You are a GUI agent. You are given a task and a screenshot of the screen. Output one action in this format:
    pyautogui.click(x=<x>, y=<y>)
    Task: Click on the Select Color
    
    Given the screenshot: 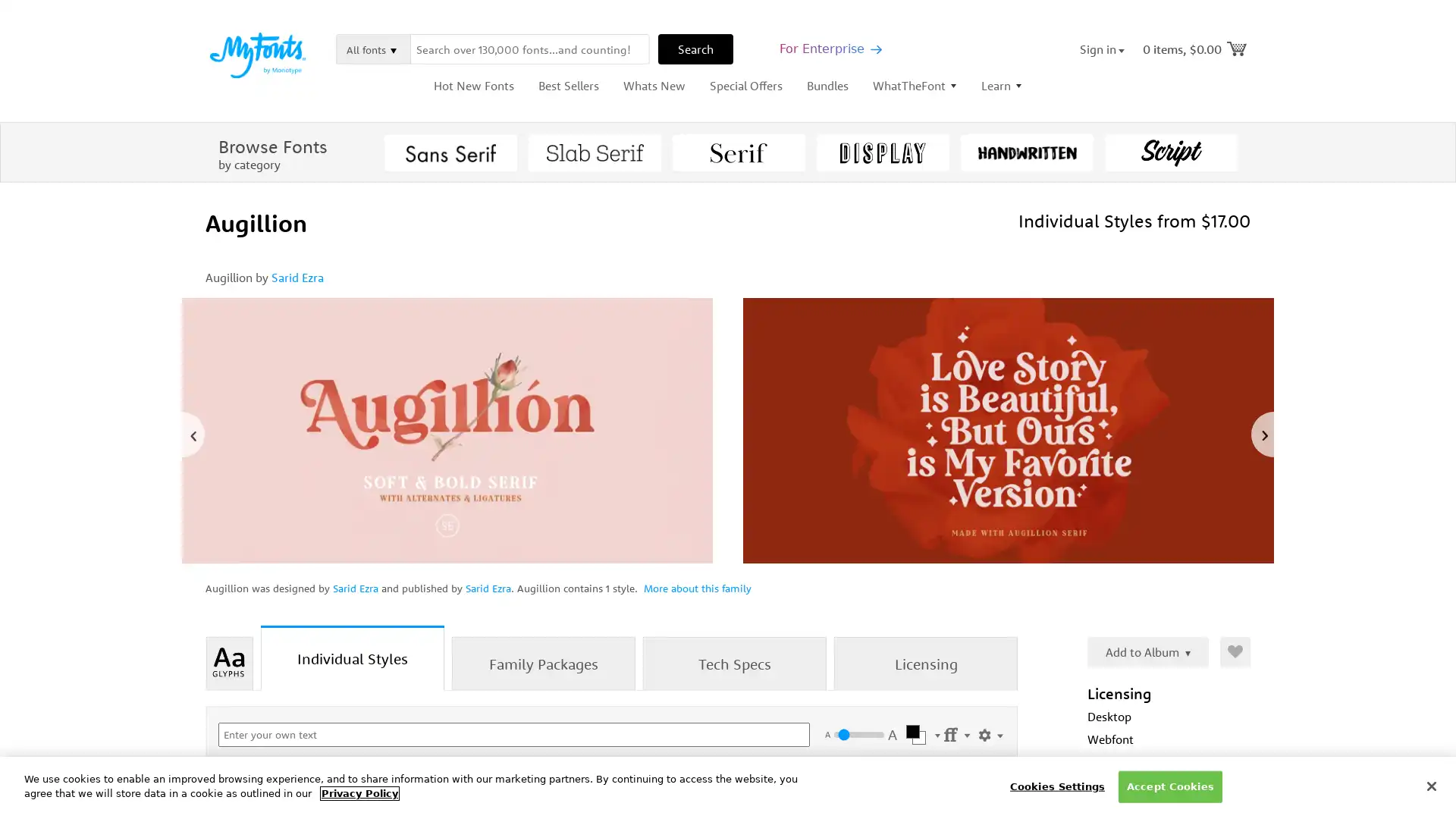 What is the action you would take?
    pyautogui.click(x=920, y=734)
    